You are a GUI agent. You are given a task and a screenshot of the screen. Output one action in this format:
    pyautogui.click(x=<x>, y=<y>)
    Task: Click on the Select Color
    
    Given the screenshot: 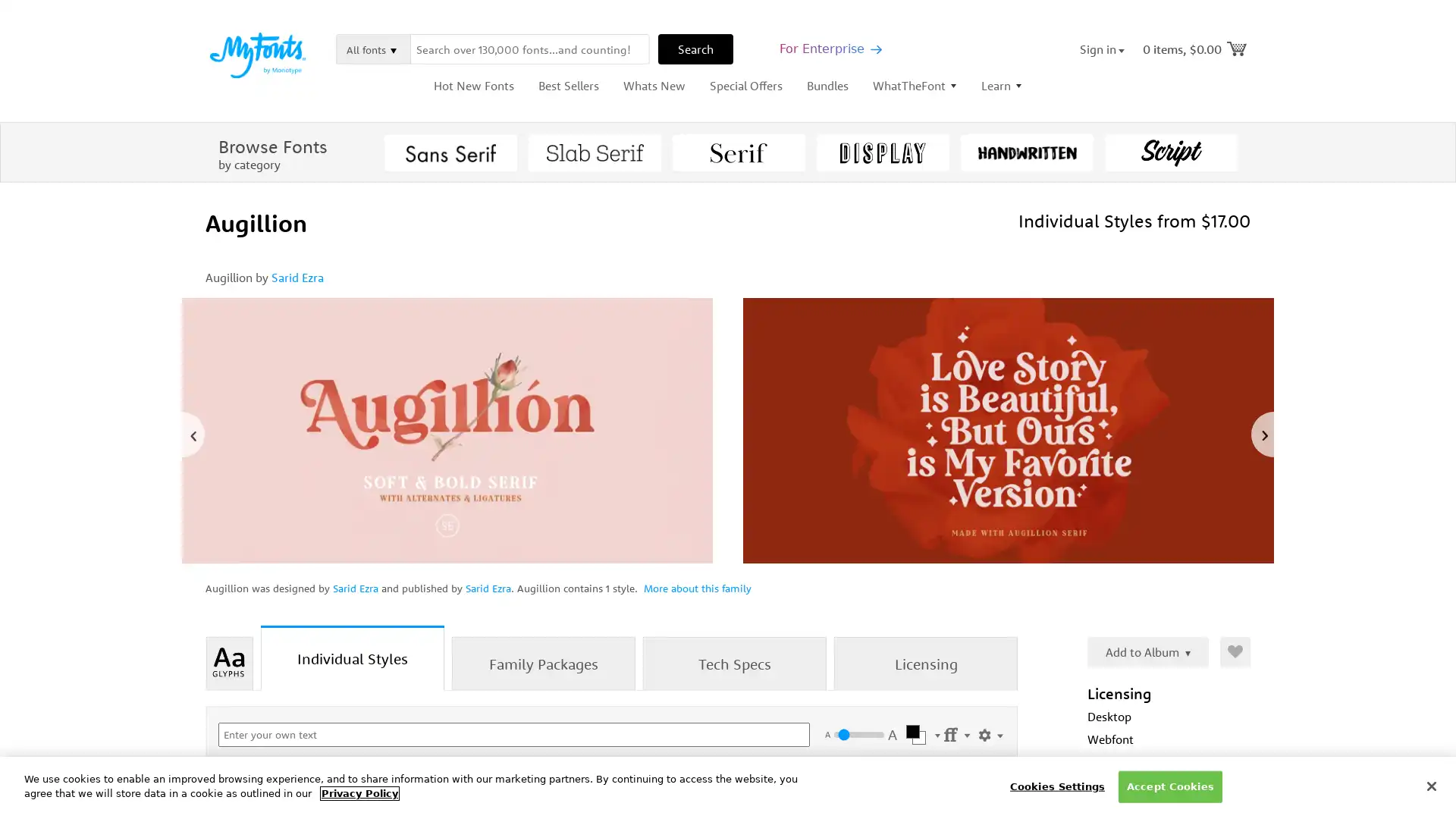 What is the action you would take?
    pyautogui.click(x=920, y=734)
    